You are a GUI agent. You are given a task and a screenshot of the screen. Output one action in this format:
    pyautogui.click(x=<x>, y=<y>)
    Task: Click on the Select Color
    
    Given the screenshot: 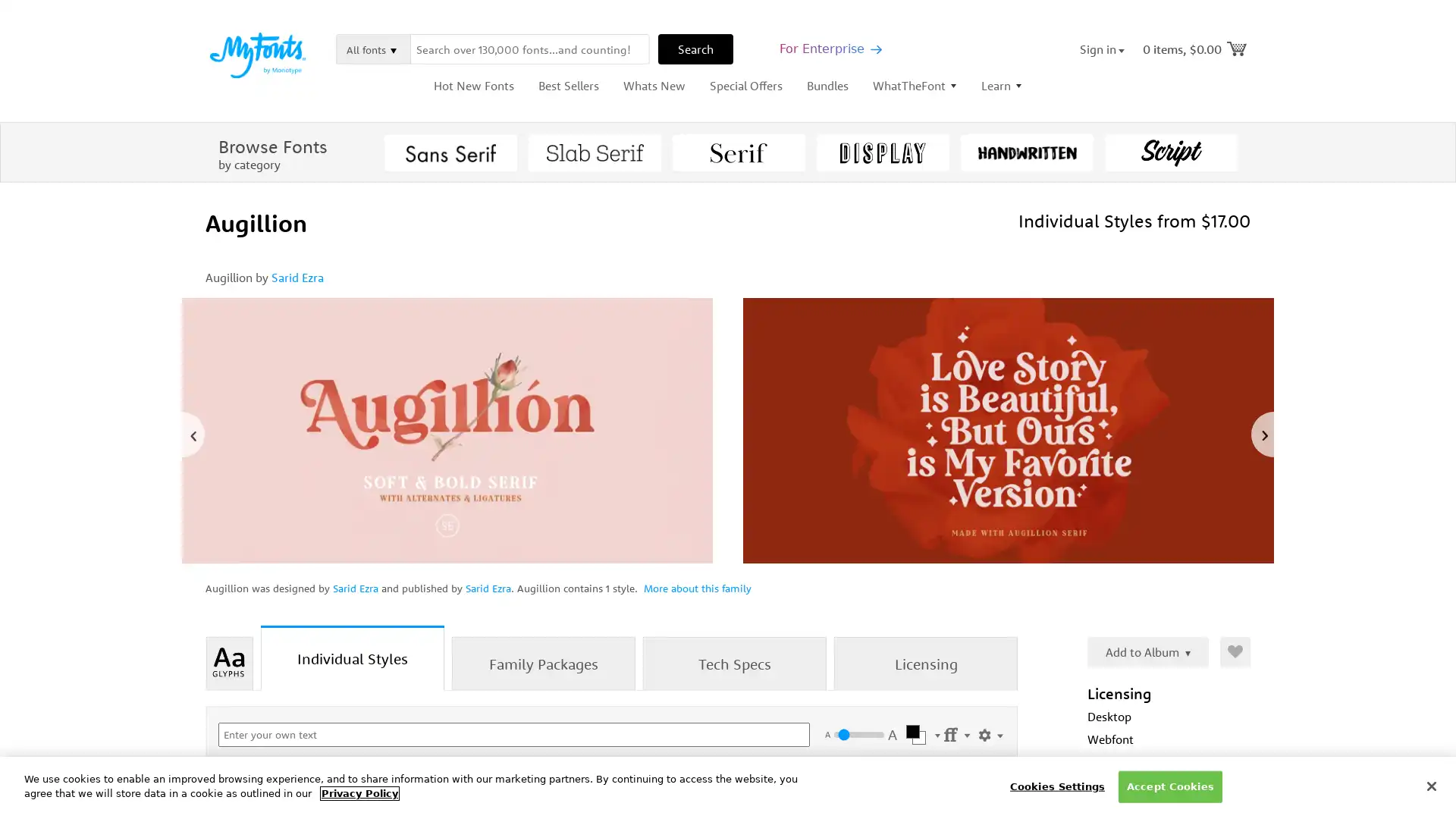 What is the action you would take?
    pyautogui.click(x=920, y=734)
    